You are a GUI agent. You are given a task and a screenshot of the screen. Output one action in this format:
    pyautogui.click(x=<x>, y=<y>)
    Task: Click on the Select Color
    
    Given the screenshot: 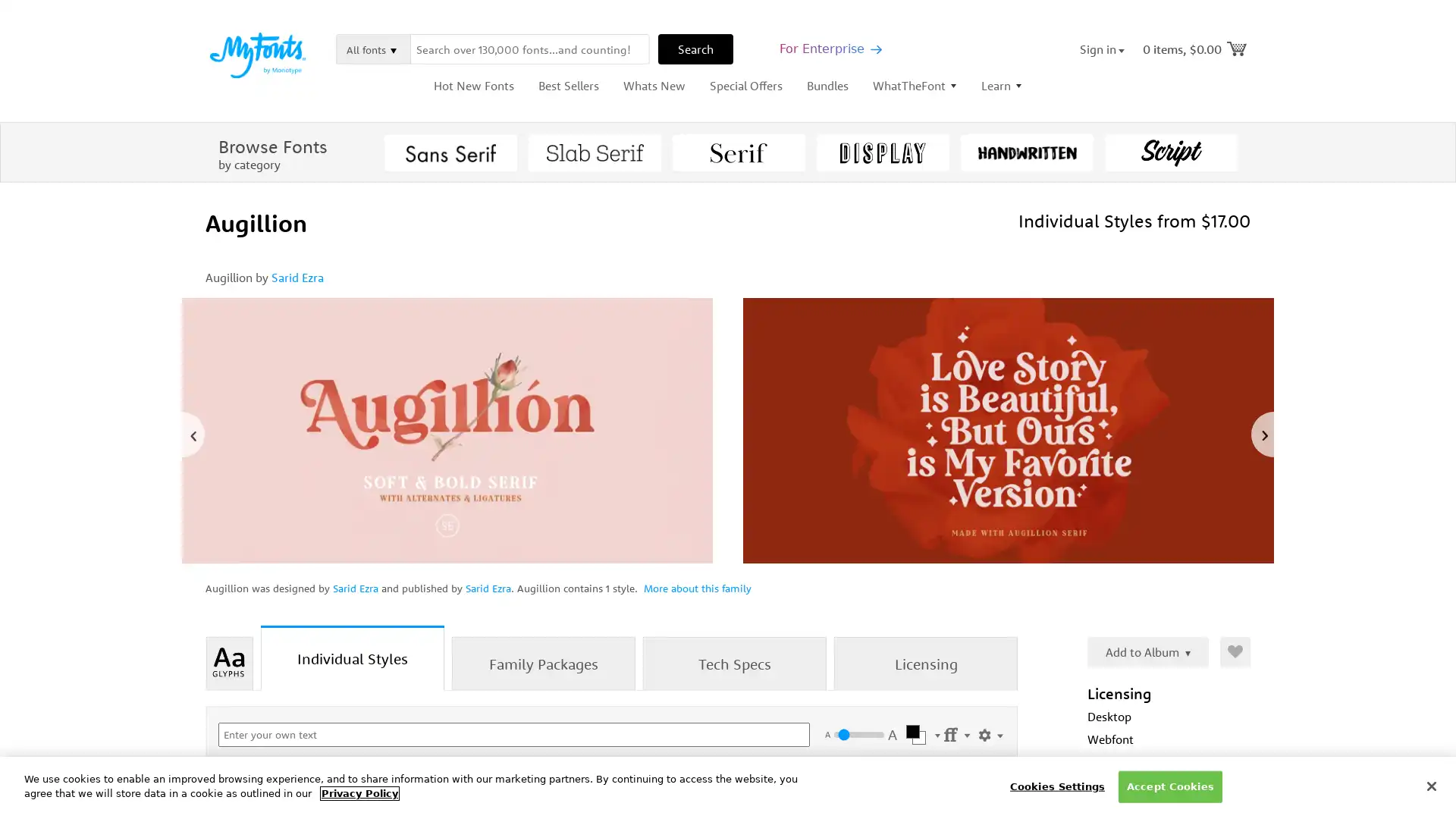 What is the action you would take?
    pyautogui.click(x=920, y=734)
    